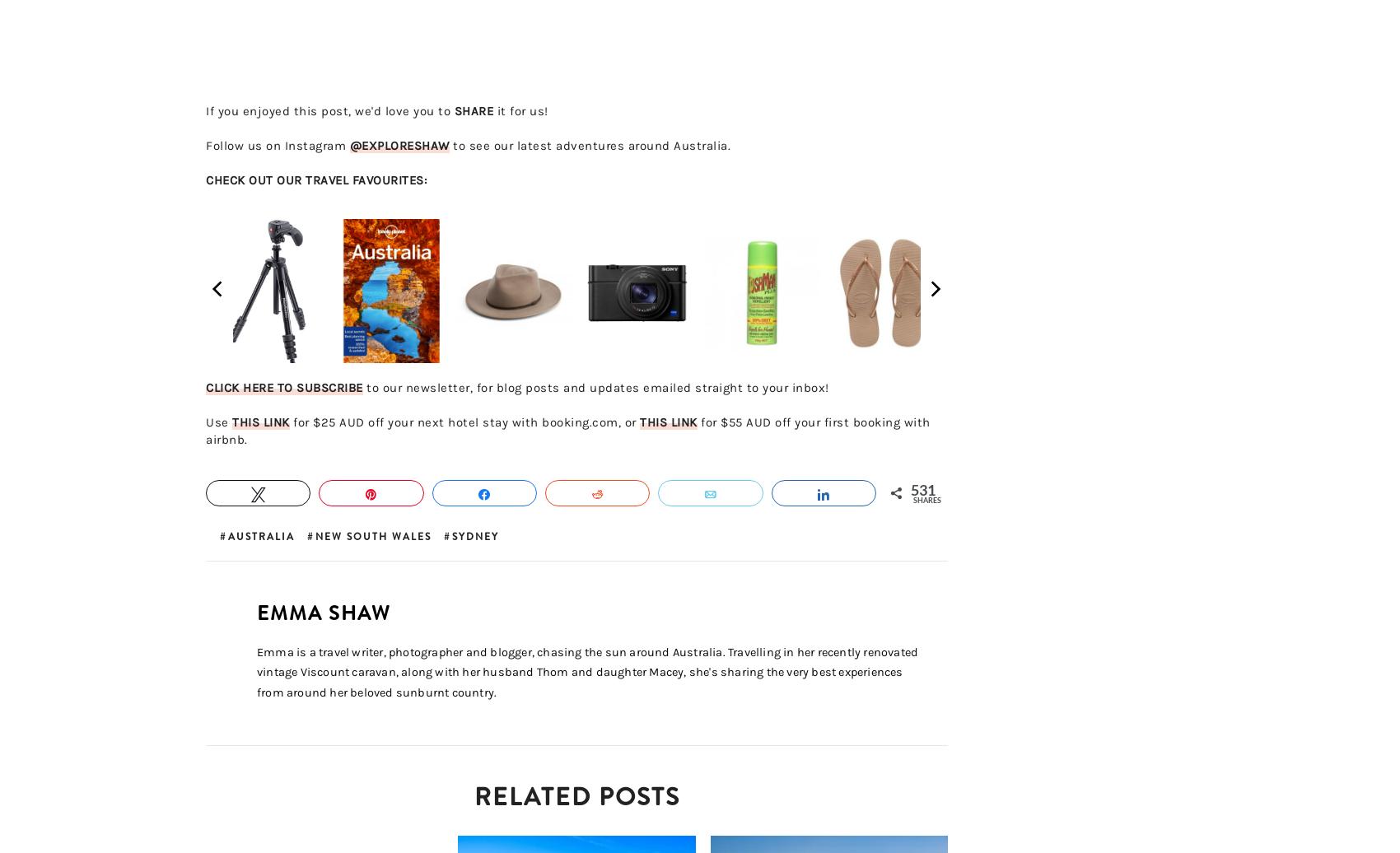  Describe the element at coordinates (595, 387) in the screenshot. I see `'to our newsletter, for blog posts and updates emailed straight to your inbox!'` at that location.